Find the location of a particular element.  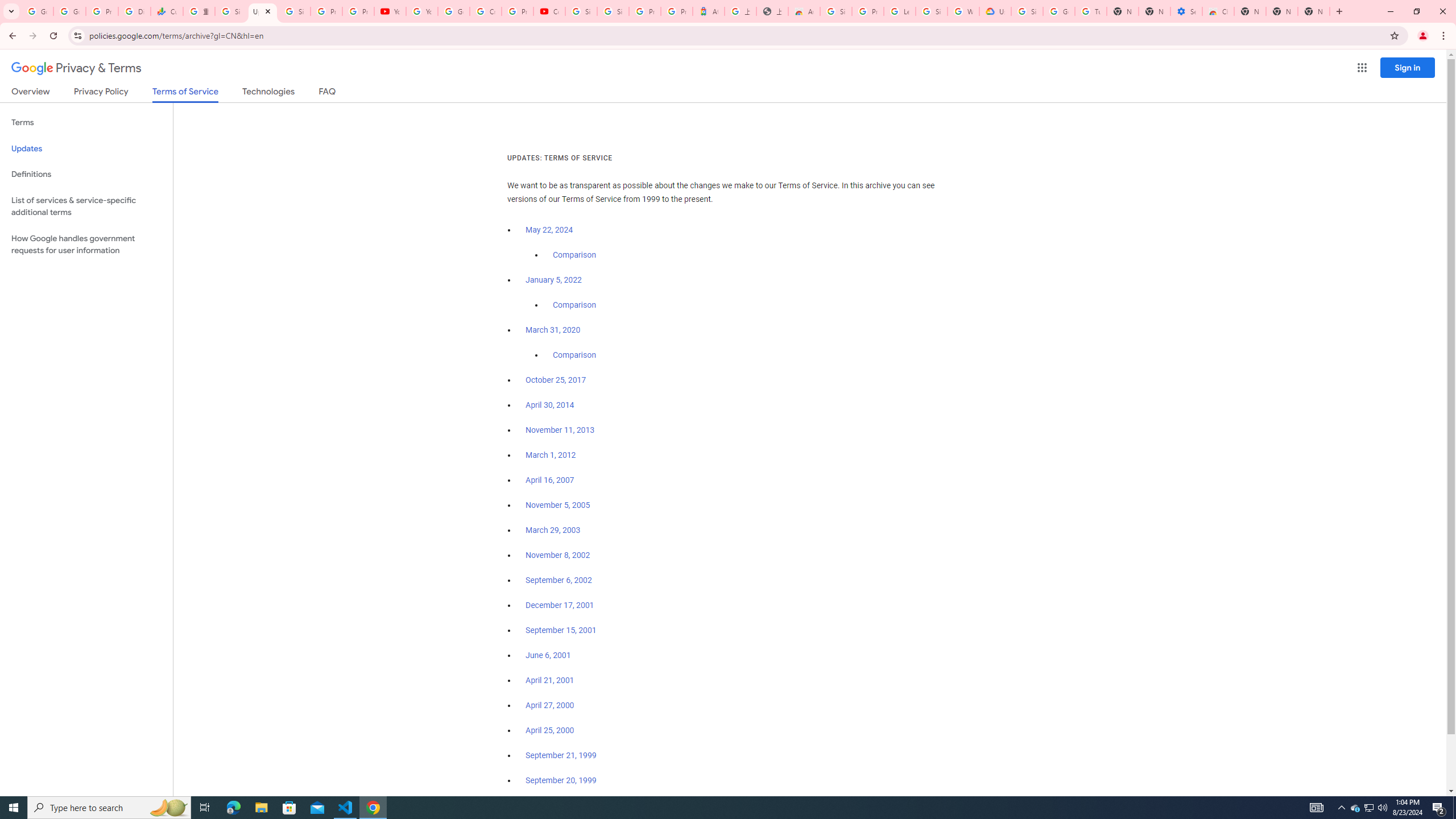

'Chrome Web Store - Accessibility extensions' is located at coordinates (1217, 11).